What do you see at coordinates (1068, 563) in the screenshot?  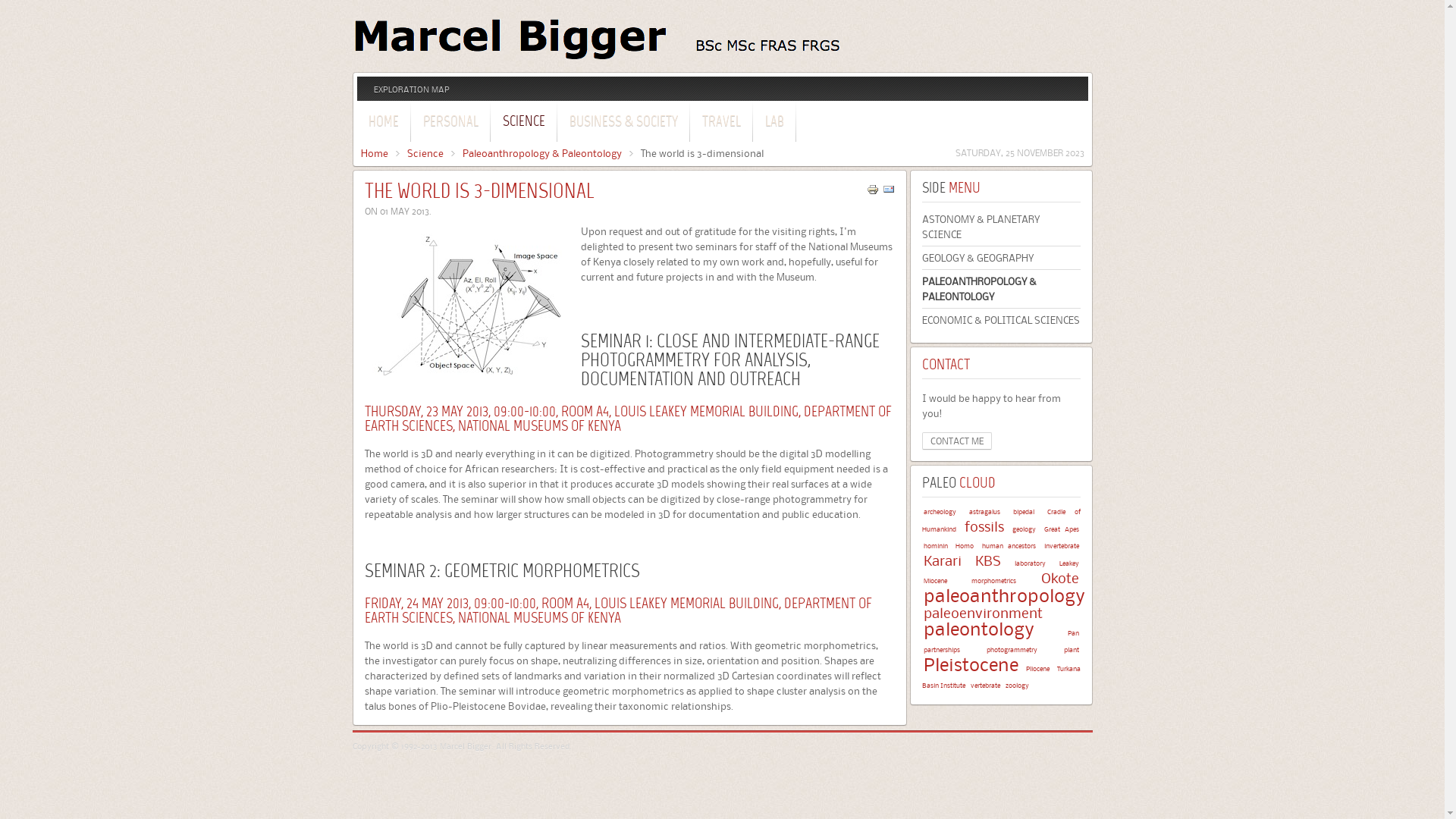 I see `'Leakey'` at bounding box center [1068, 563].